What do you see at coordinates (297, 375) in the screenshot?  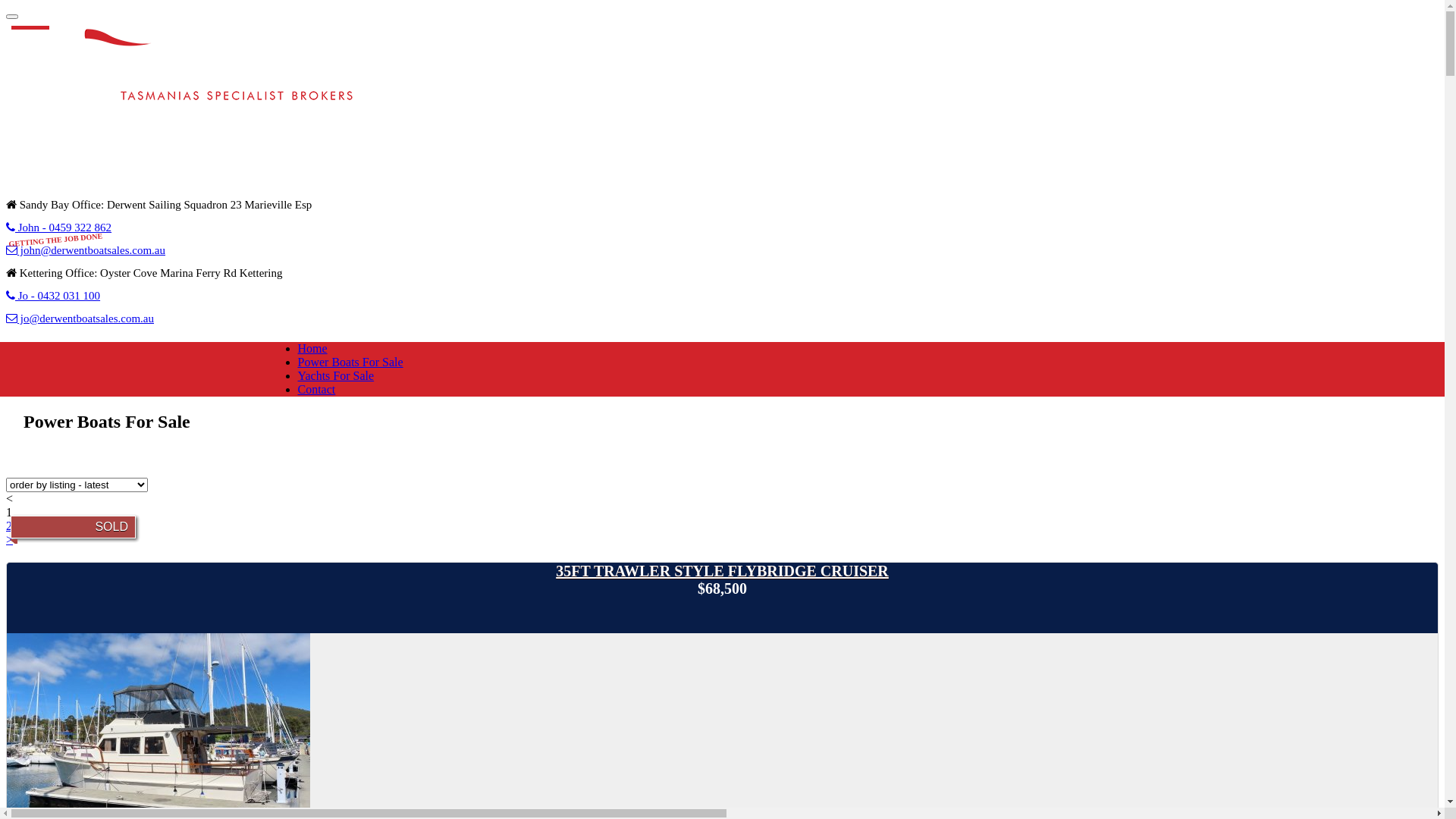 I see `'Yachts For Sale'` at bounding box center [297, 375].